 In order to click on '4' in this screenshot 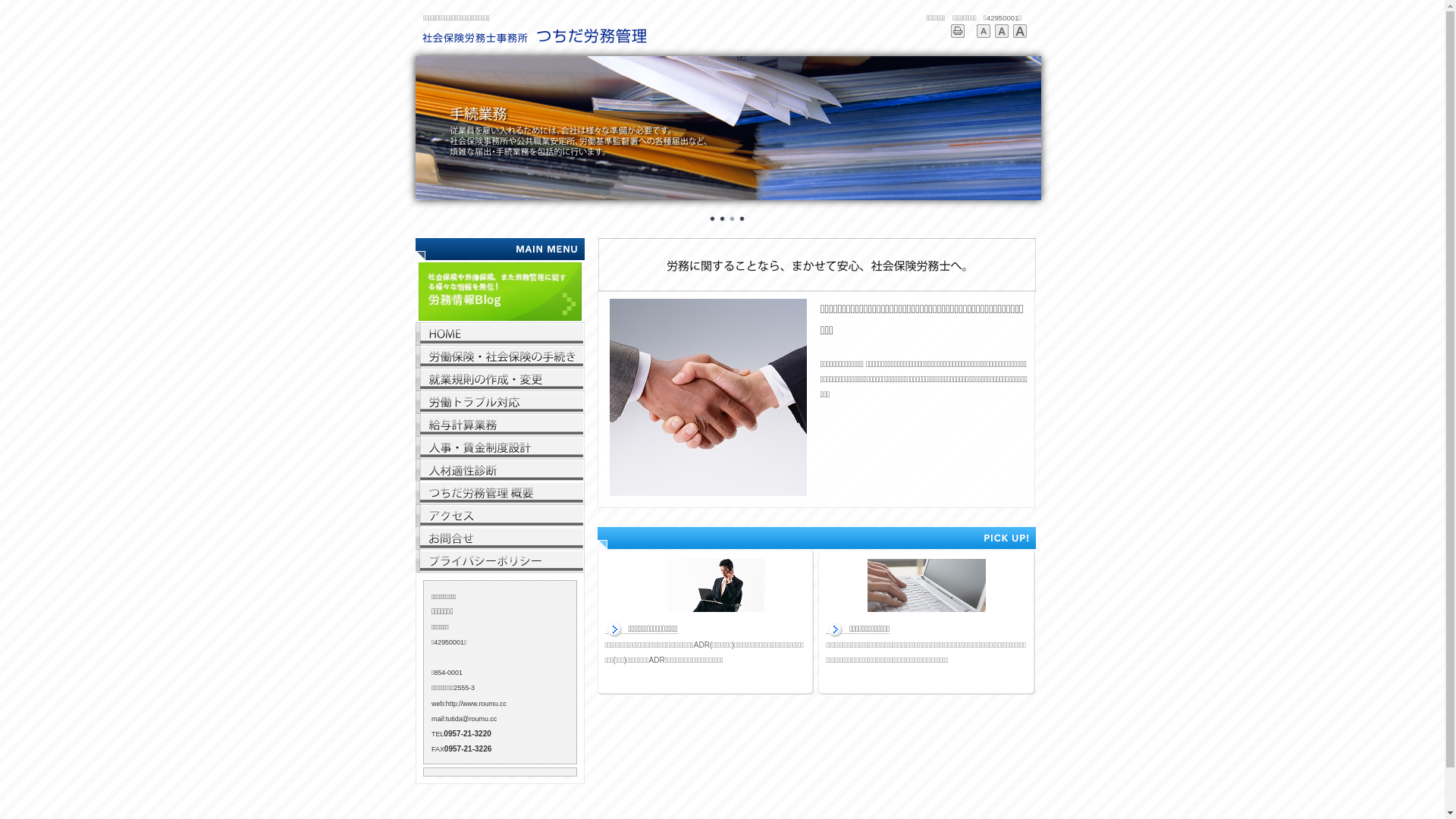, I will do `click(742, 219)`.